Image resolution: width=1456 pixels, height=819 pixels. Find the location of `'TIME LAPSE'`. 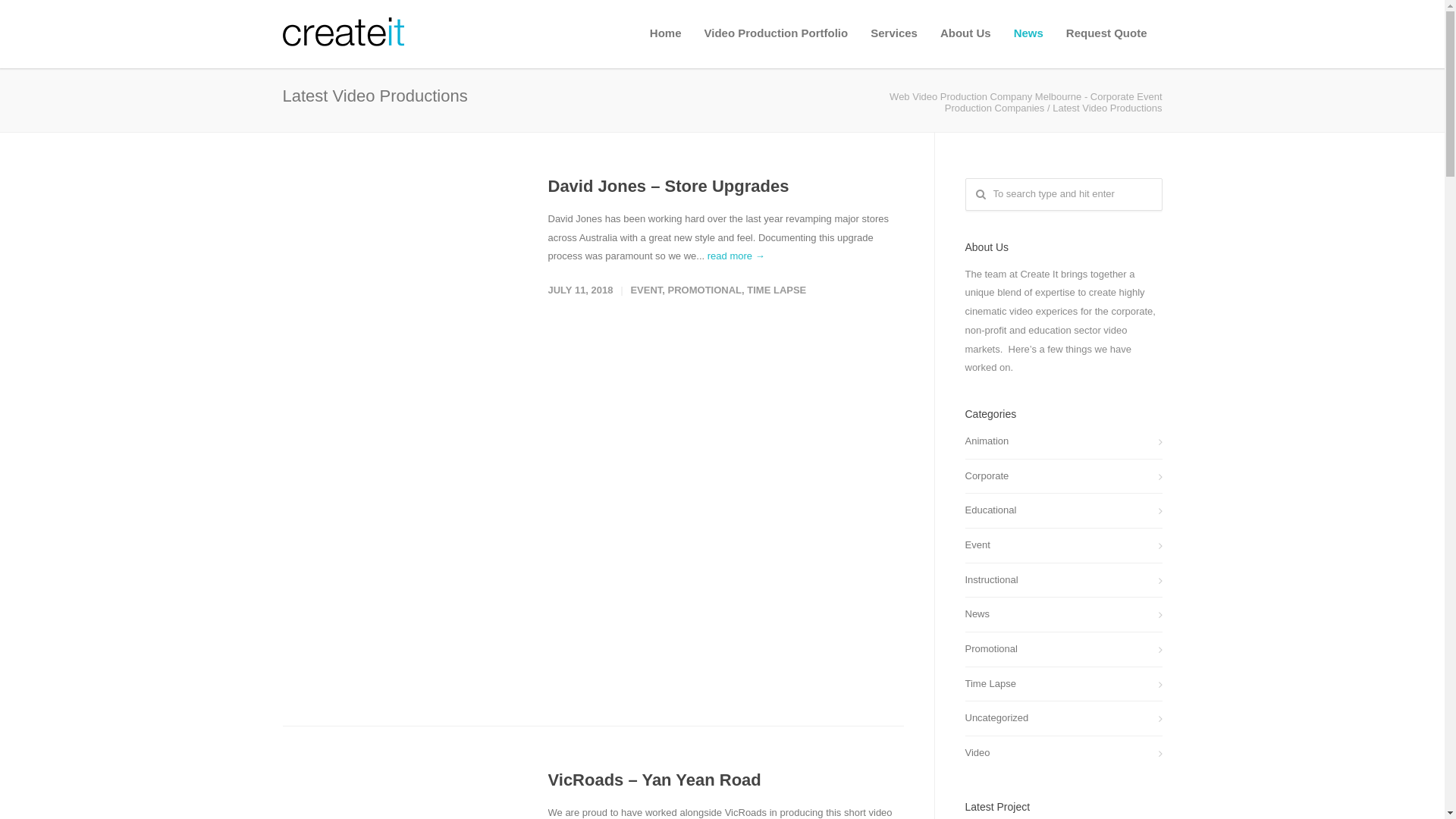

'TIME LAPSE' is located at coordinates (776, 290).